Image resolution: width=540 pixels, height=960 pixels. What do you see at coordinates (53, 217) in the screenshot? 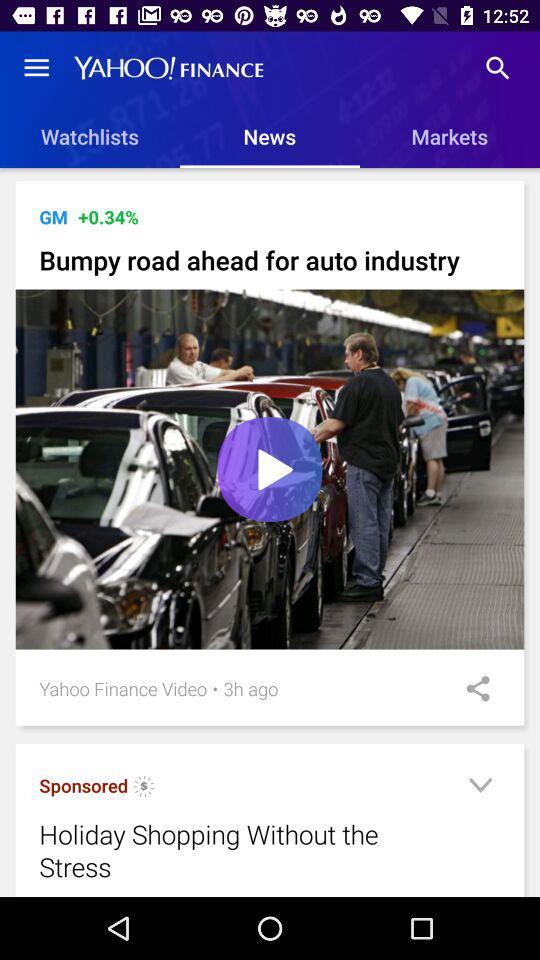
I see `the icon above bumpy road ahead icon` at bounding box center [53, 217].